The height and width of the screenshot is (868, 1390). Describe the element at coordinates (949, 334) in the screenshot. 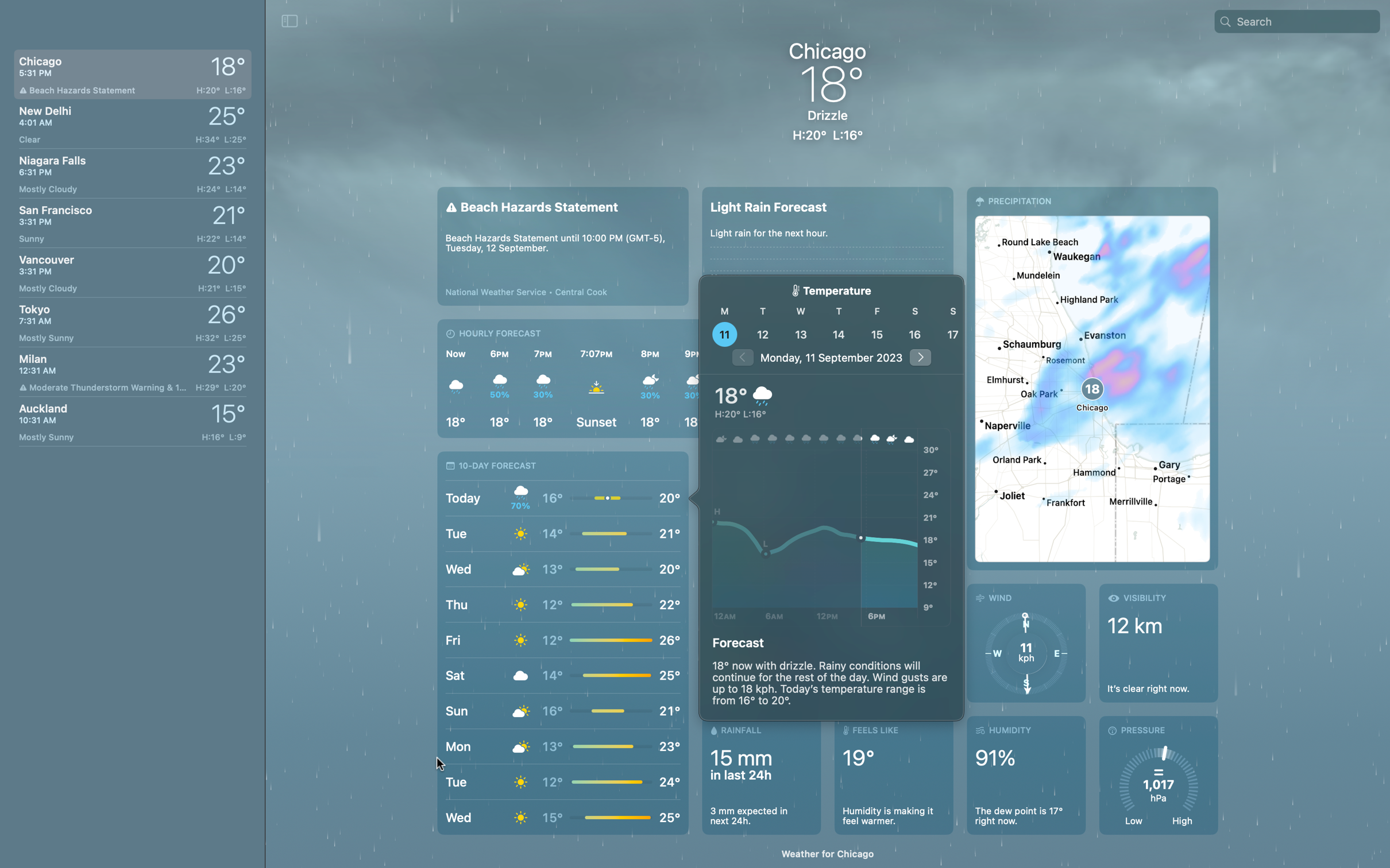

I see `Check the weather in Chicago for 17th` at that location.